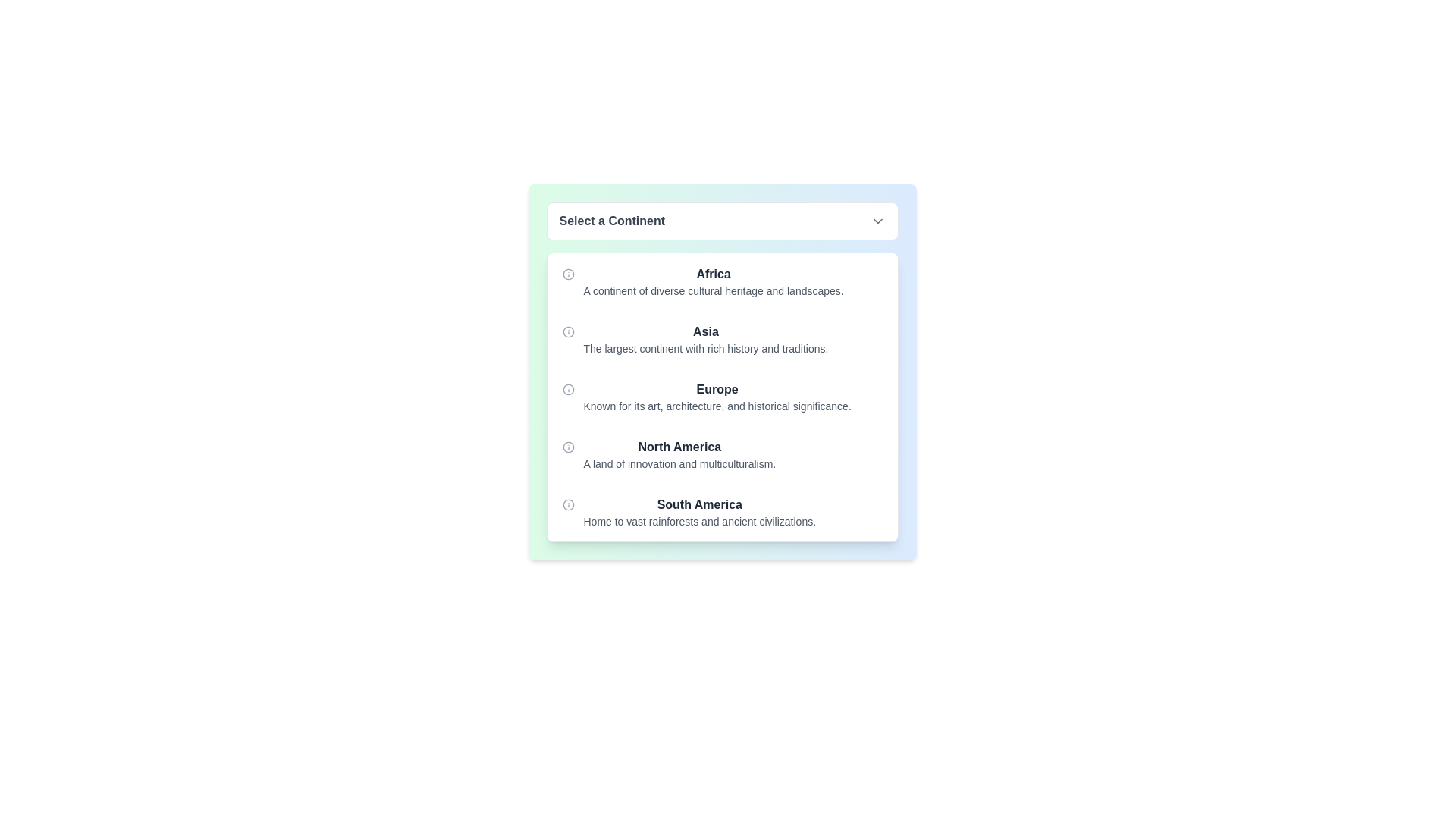  Describe the element at coordinates (698, 505) in the screenshot. I see `bolded text label 'South America' located in the selectable list box titled 'Select a Continent'` at that location.